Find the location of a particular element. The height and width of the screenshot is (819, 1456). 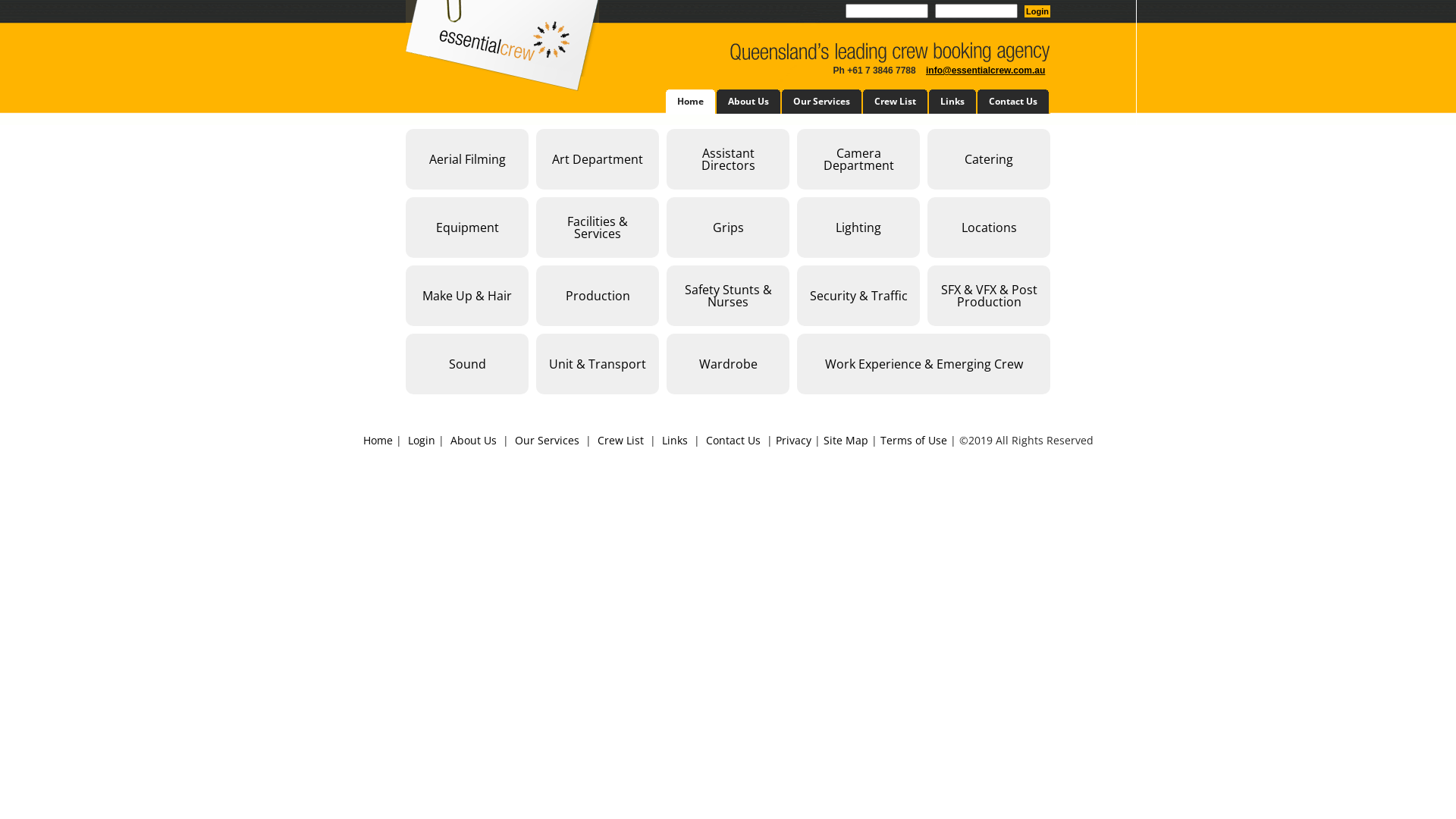

'Terms of Use' is located at coordinates (912, 440).